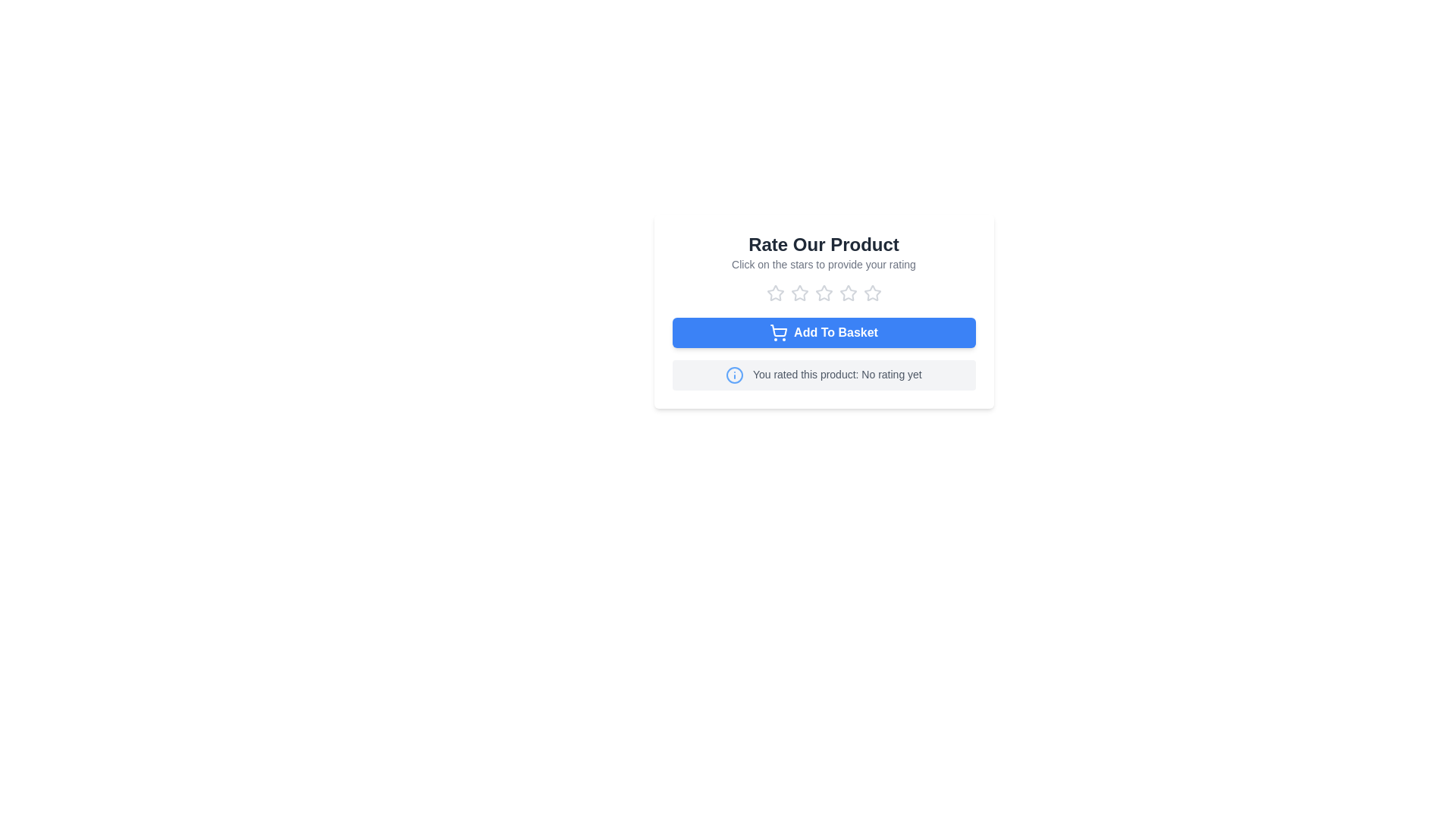  I want to click on the fourth star in the star rating button, so click(847, 293).